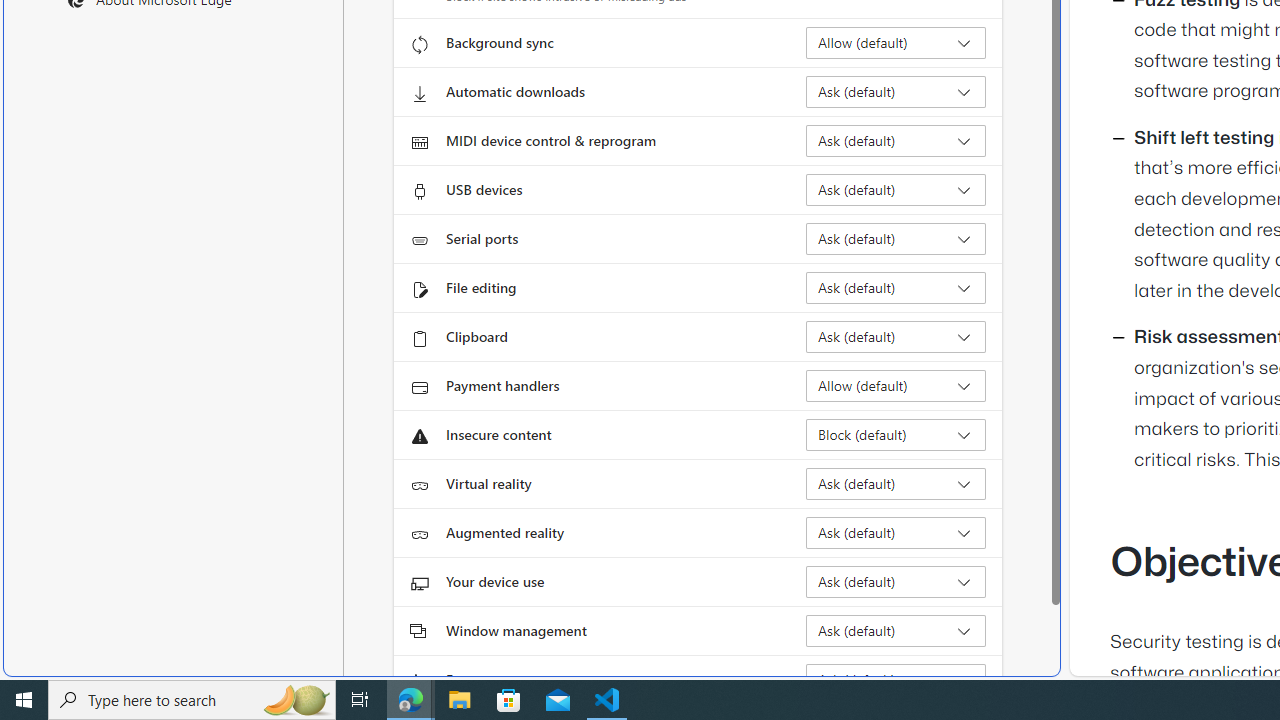 The width and height of the screenshot is (1280, 720). Describe the element at coordinates (895, 92) in the screenshot. I see `'Automatic downloads Ask (default)'` at that location.